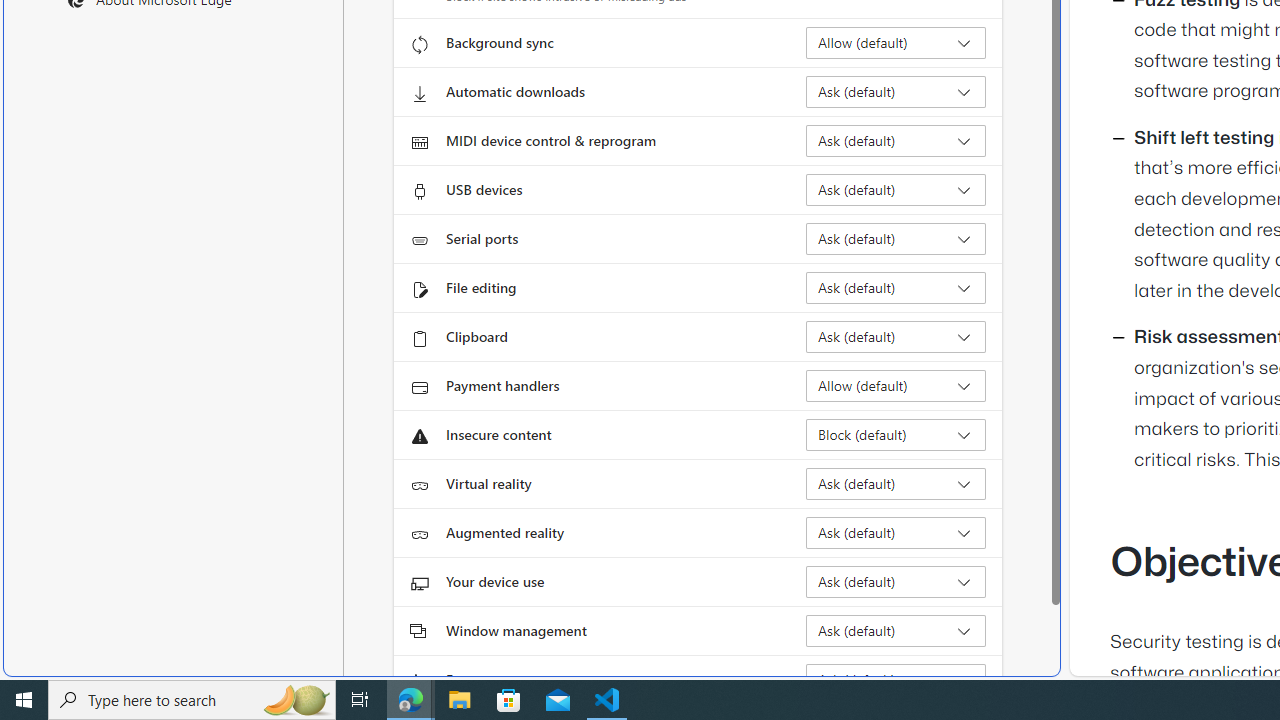 The width and height of the screenshot is (1280, 720). Describe the element at coordinates (895, 92) in the screenshot. I see `'Automatic downloads Ask (default)'` at that location.